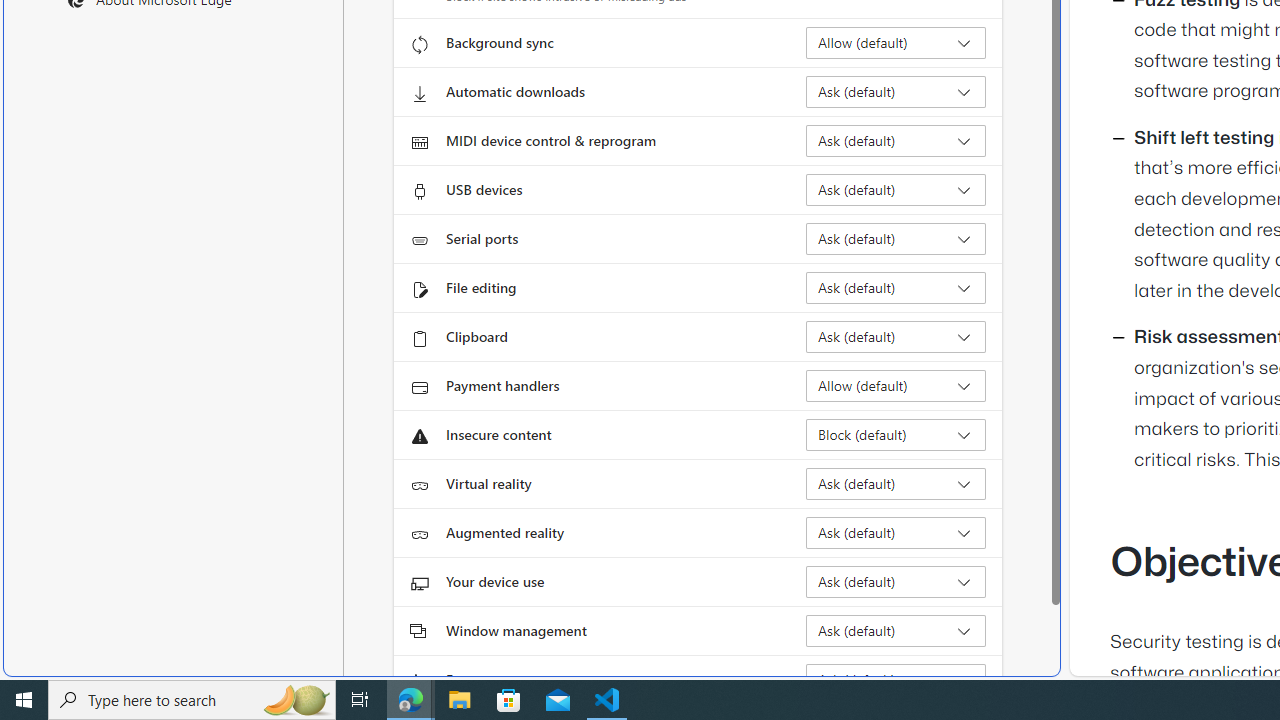 The width and height of the screenshot is (1280, 720). Describe the element at coordinates (895, 92) in the screenshot. I see `'Automatic downloads Ask (default)'` at that location.